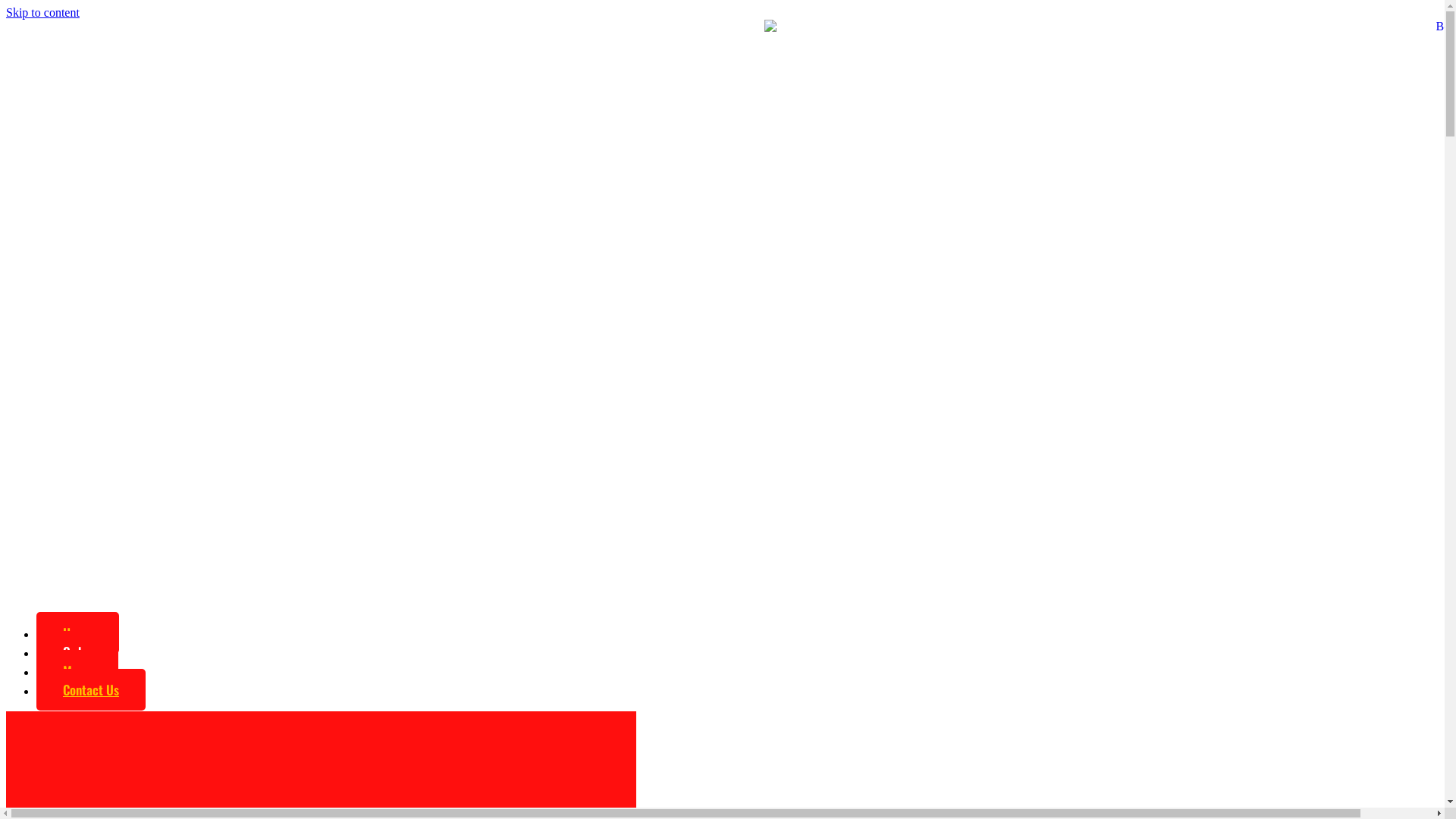 The image size is (1456, 819). I want to click on 'Order', so click(36, 651).